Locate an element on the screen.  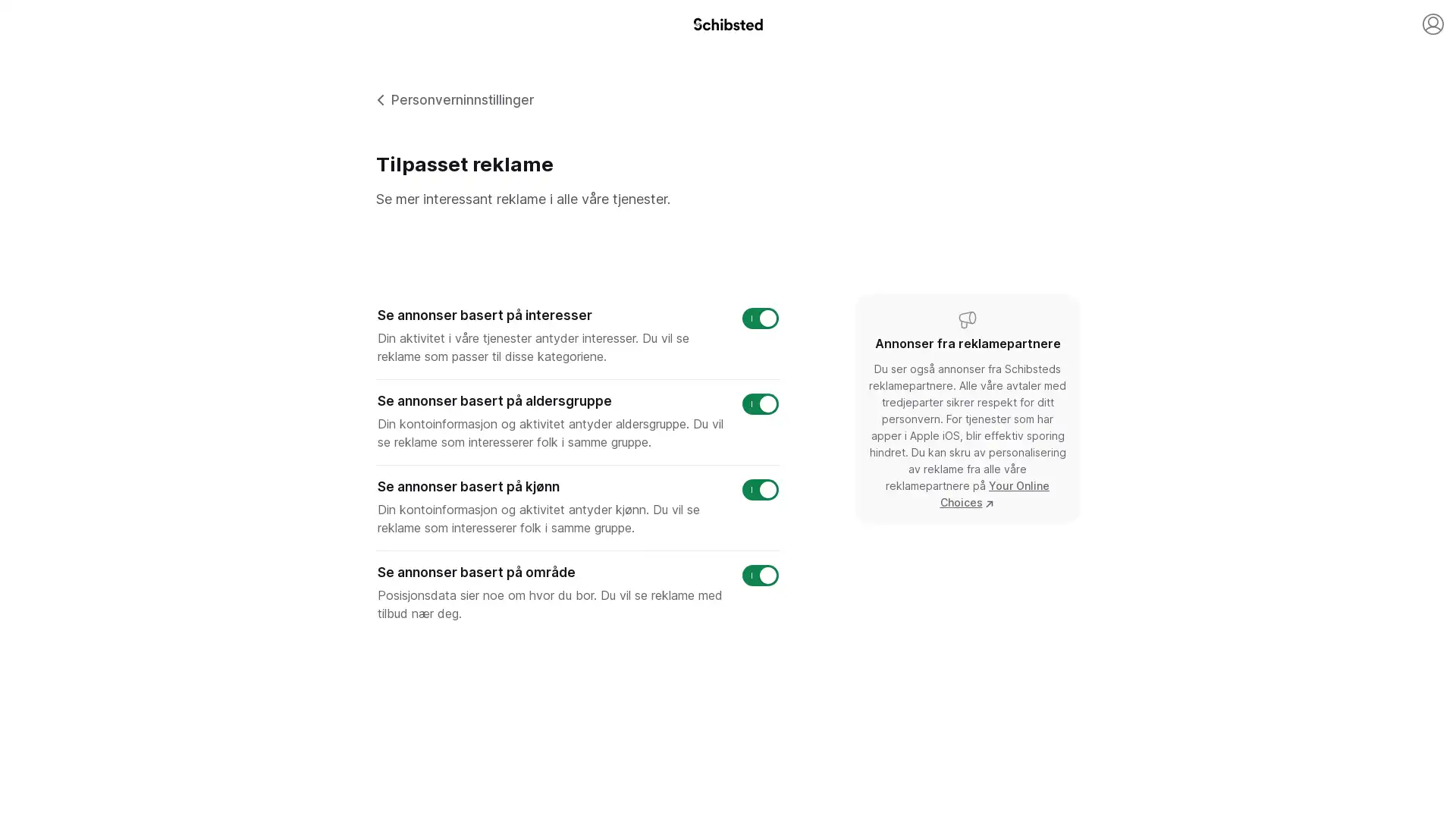
Personverninnstillinger is located at coordinates (461, 99).